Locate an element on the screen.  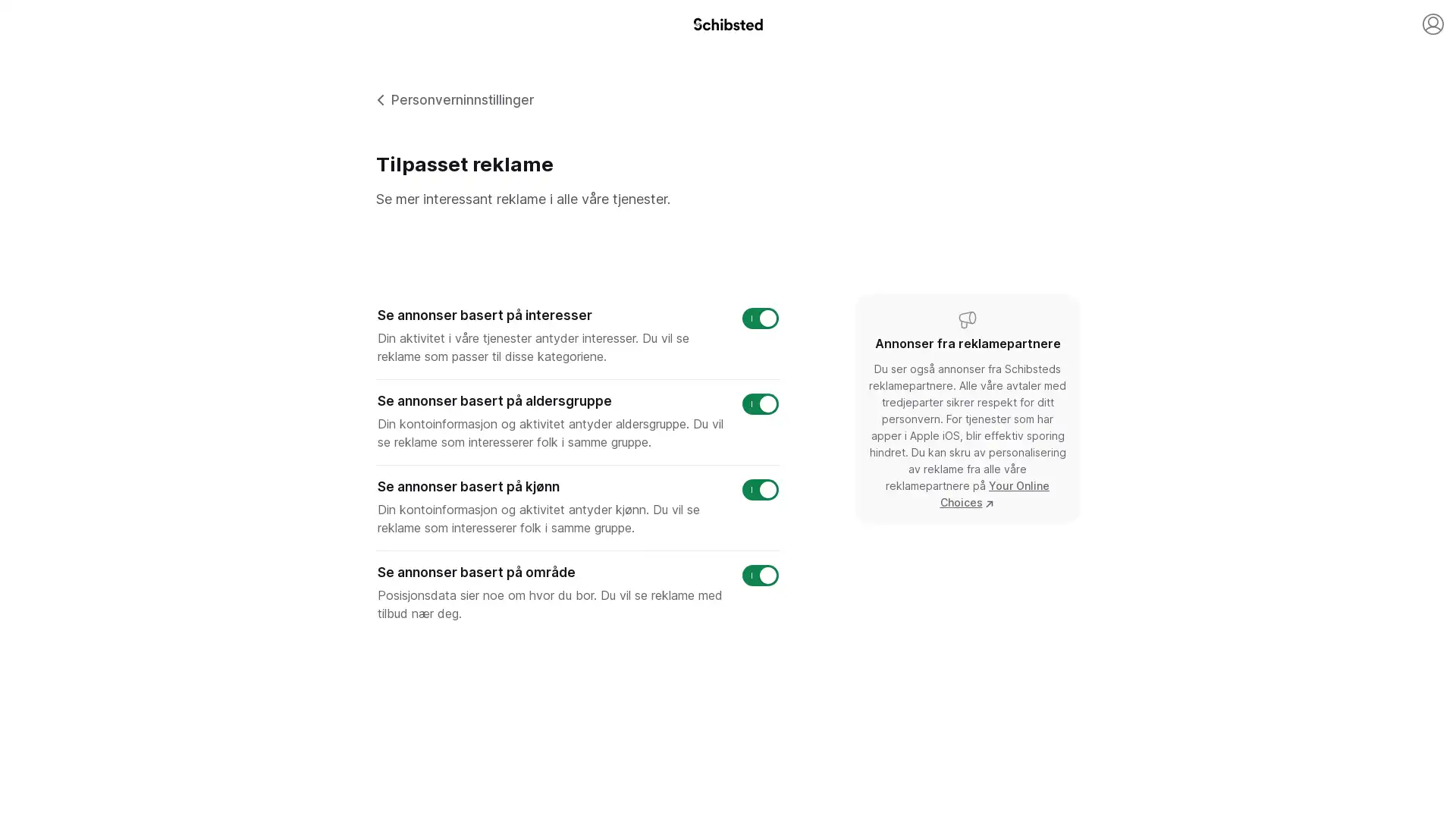
Personverninnstillinger is located at coordinates (461, 99).